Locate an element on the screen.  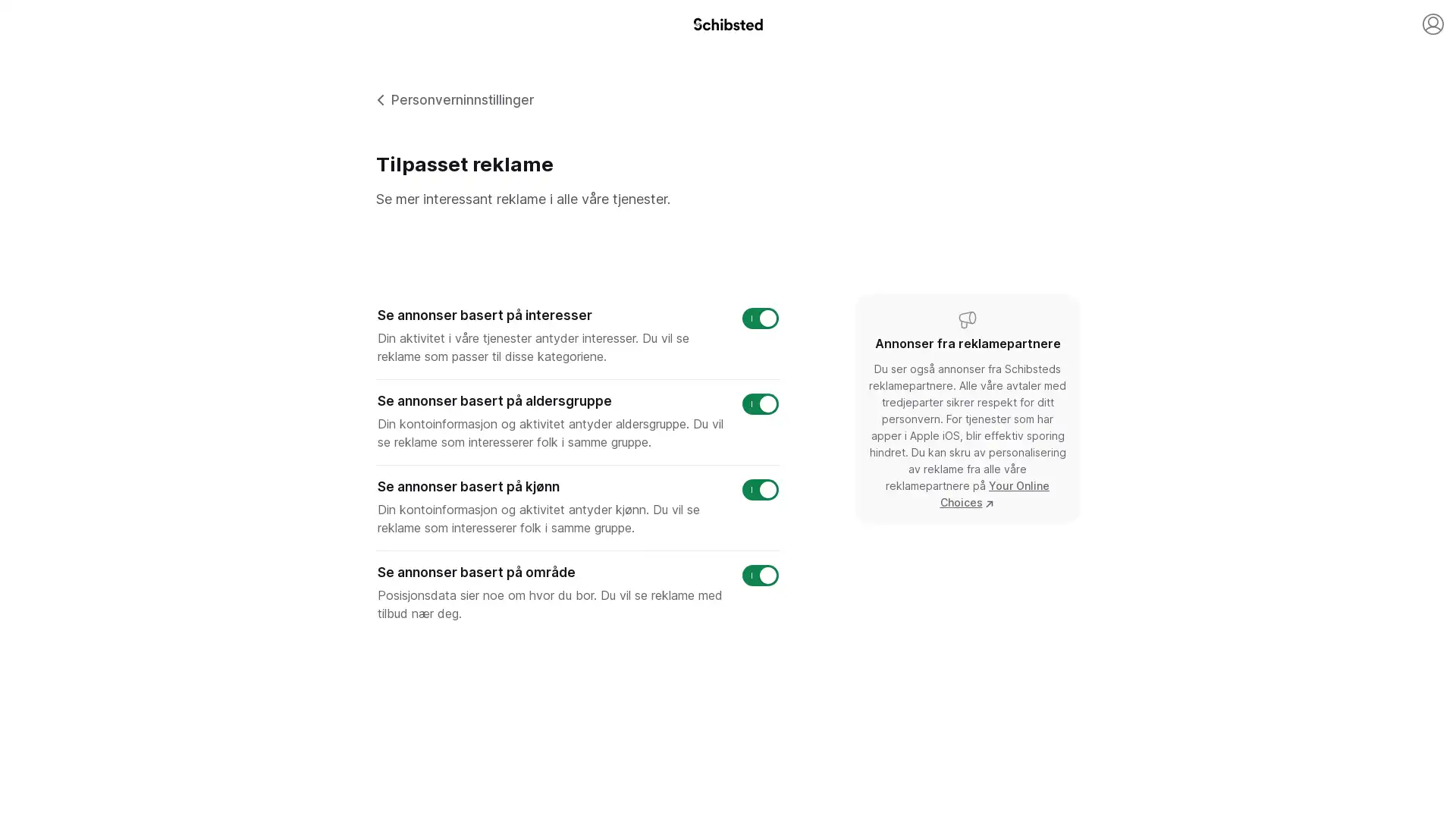
Personverninnstillinger is located at coordinates (461, 99).